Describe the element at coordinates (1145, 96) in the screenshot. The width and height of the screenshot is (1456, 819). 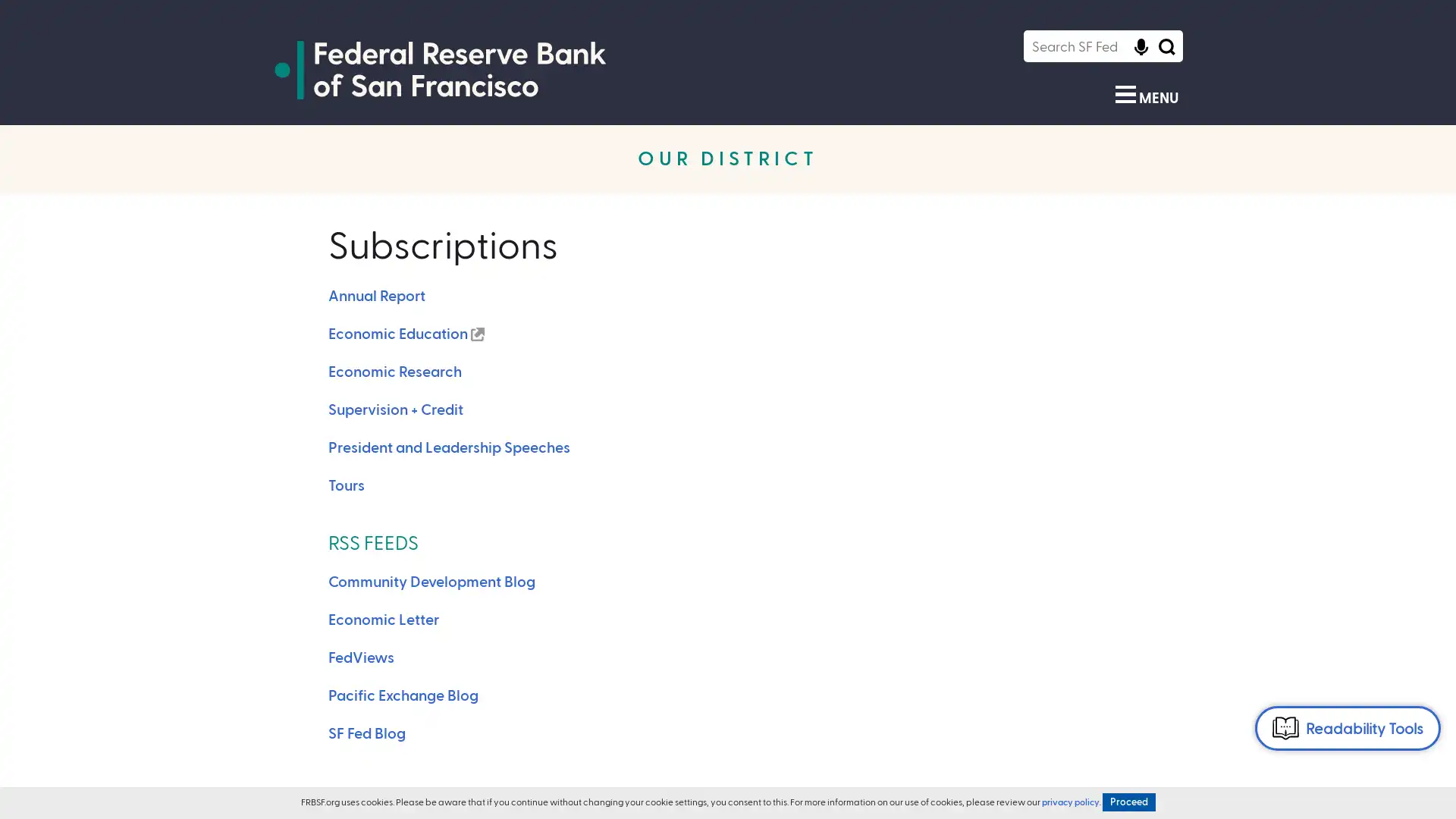
I see `Show Menu MENU` at that location.